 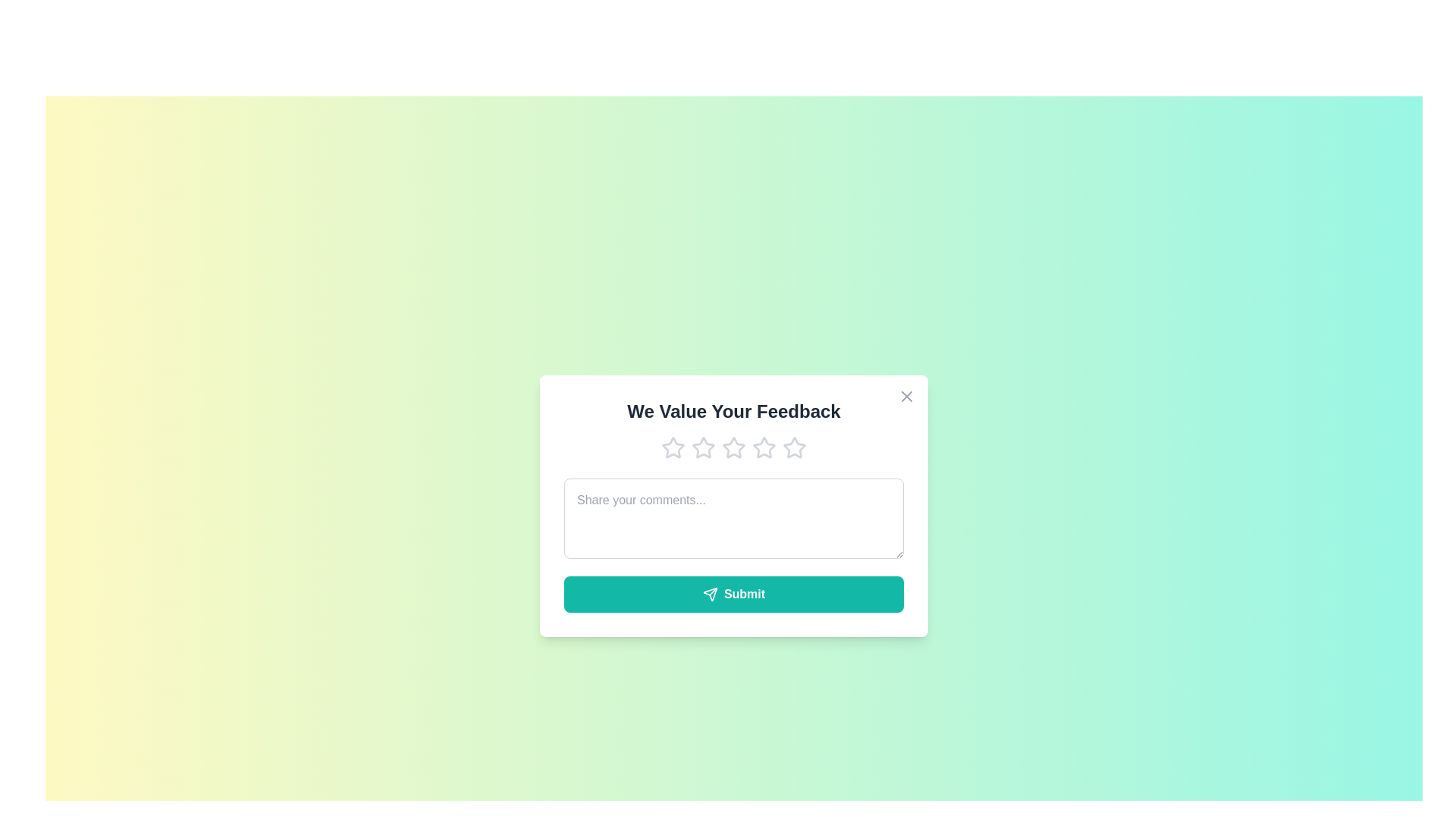 What do you see at coordinates (734, 593) in the screenshot?
I see `the submit button to submit feedback` at bounding box center [734, 593].